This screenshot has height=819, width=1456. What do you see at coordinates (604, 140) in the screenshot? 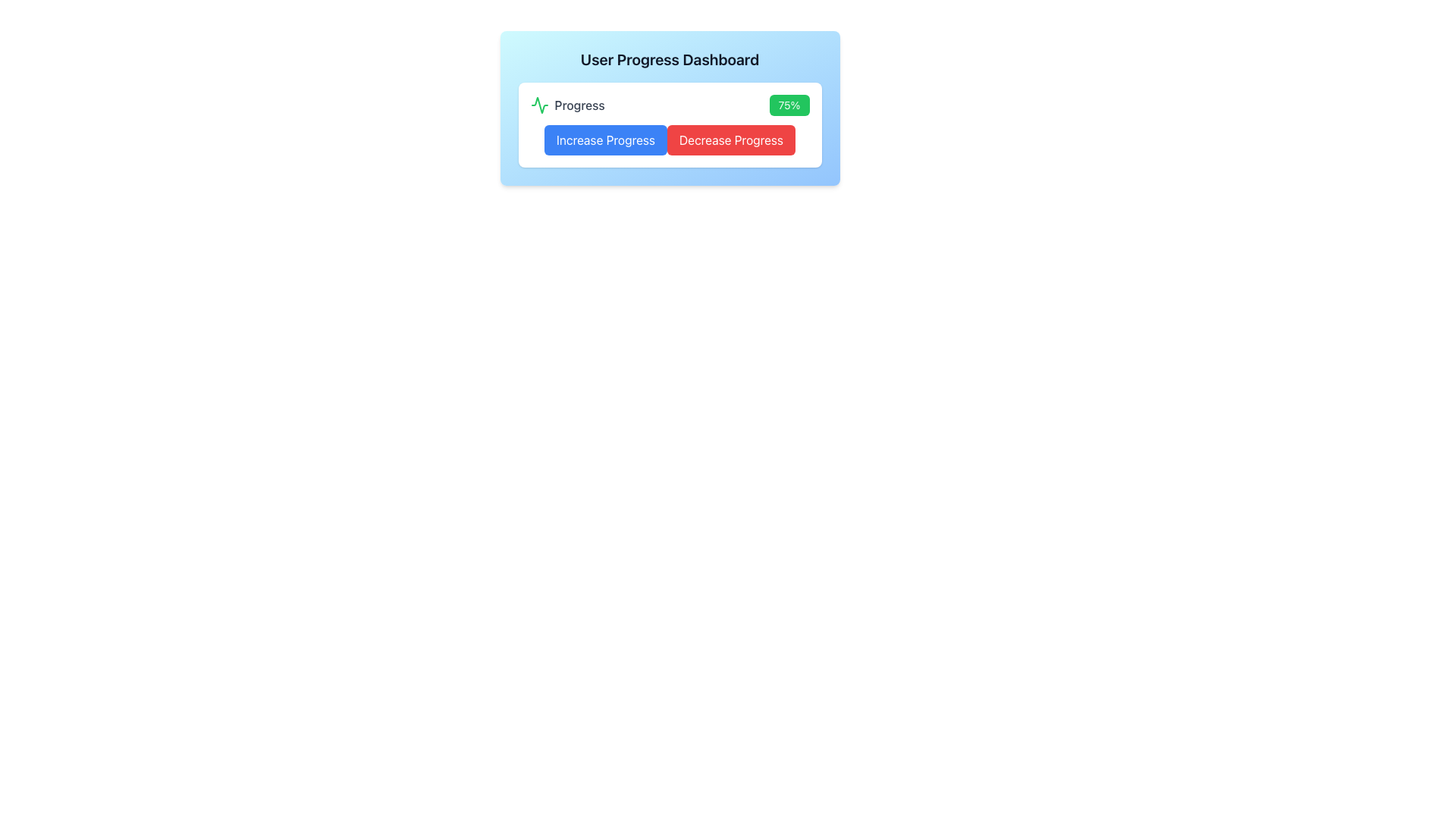
I see `the 'Increase Progress' button located` at bounding box center [604, 140].